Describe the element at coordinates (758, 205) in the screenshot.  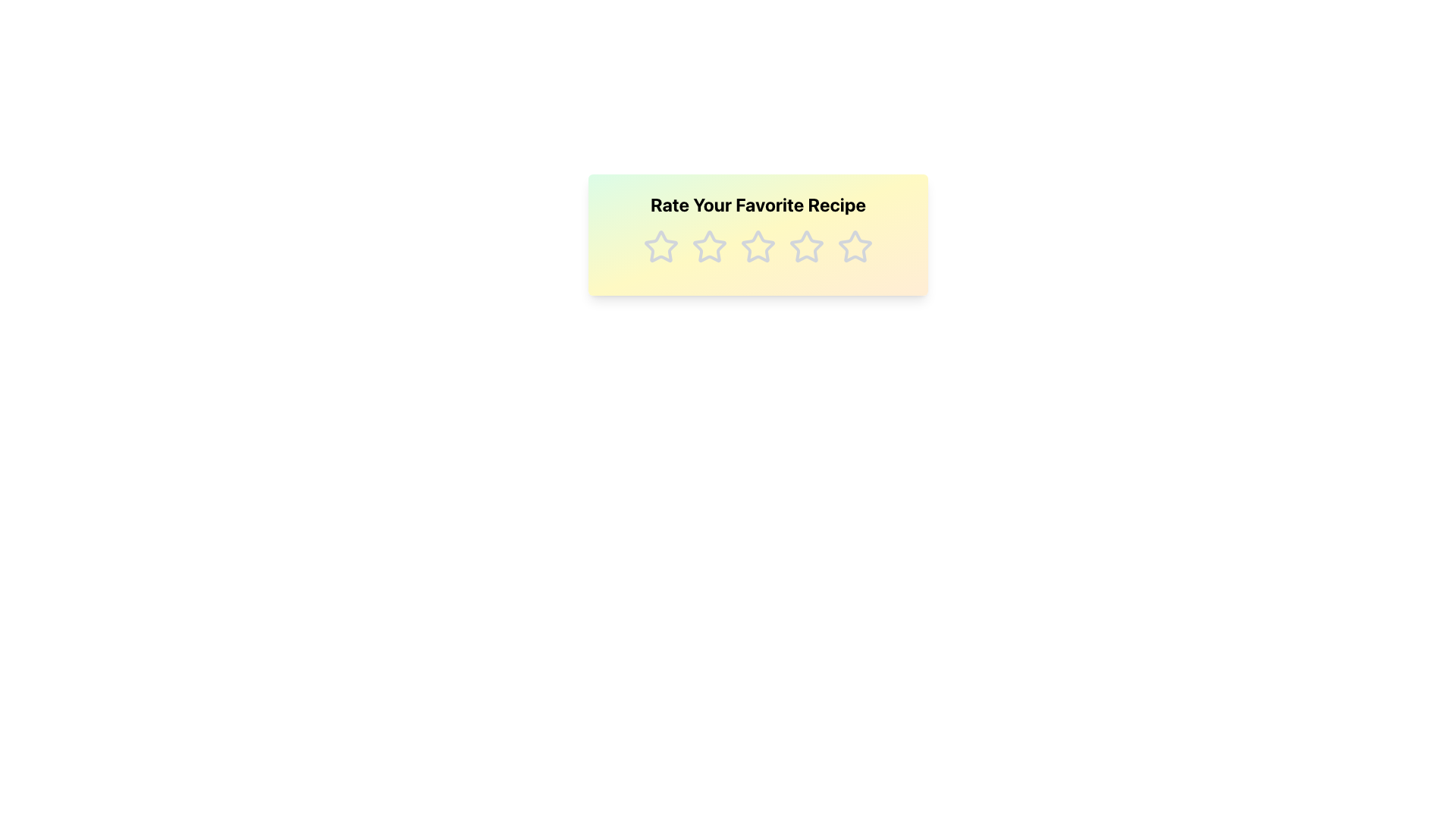
I see `text from the bold, large header that says 'Rate Your Favorite Recipe', which is centered above a row of stars in the UI` at that location.